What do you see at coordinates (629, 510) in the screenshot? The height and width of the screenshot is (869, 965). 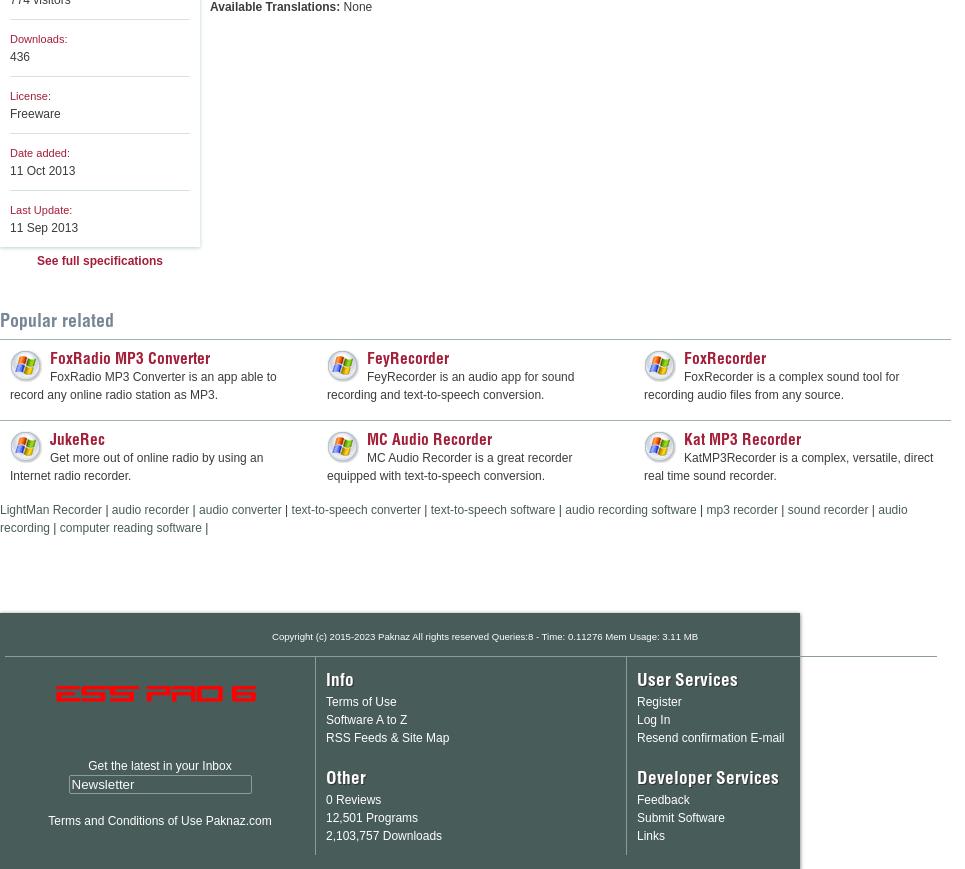 I see `'audio recording software'` at bounding box center [629, 510].